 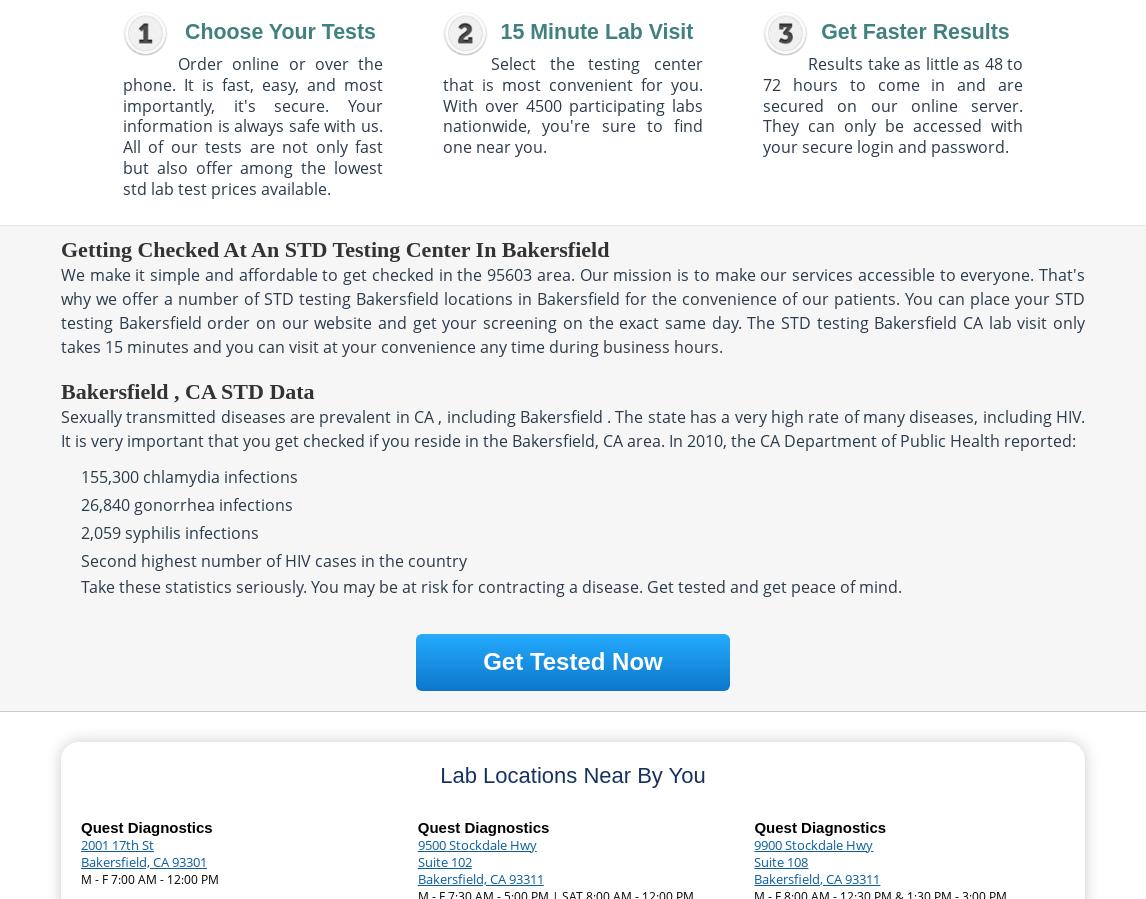 What do you see at coordinates (571, 774) in the screenshot?
I see `'Lab Locations Near By You'` at bounding box center [571, 774].